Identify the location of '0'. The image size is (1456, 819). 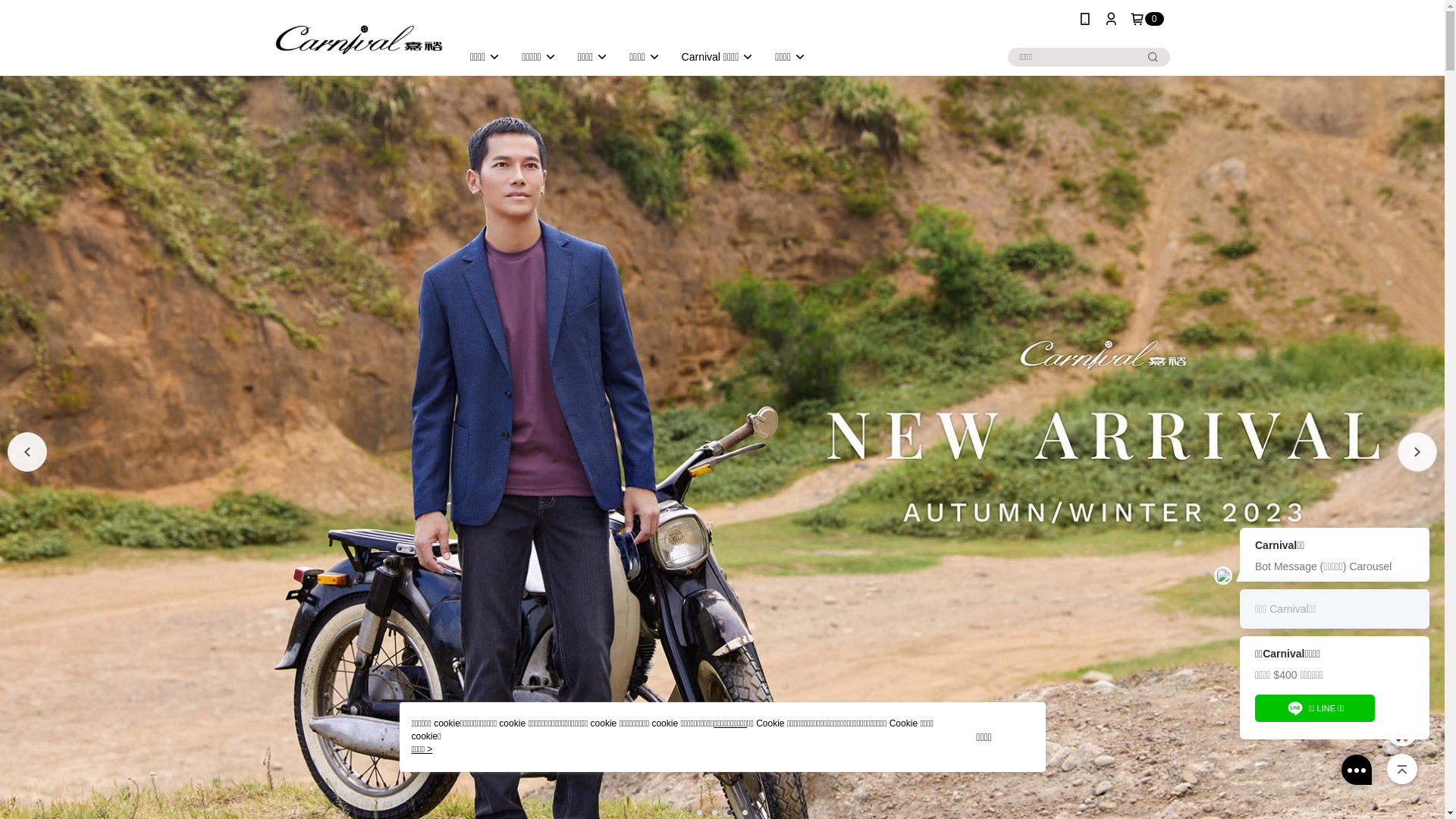
(1147, 18).